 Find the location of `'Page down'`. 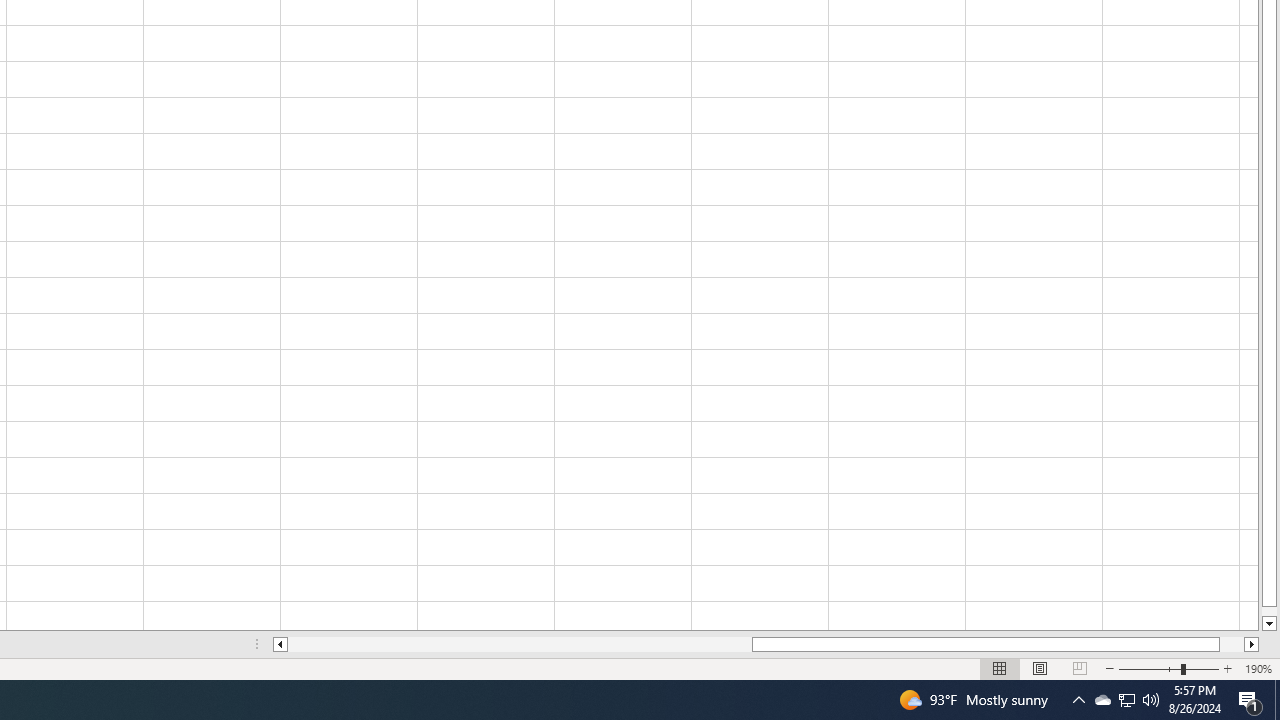

'Page down' is located at coordinates (1268, 610).